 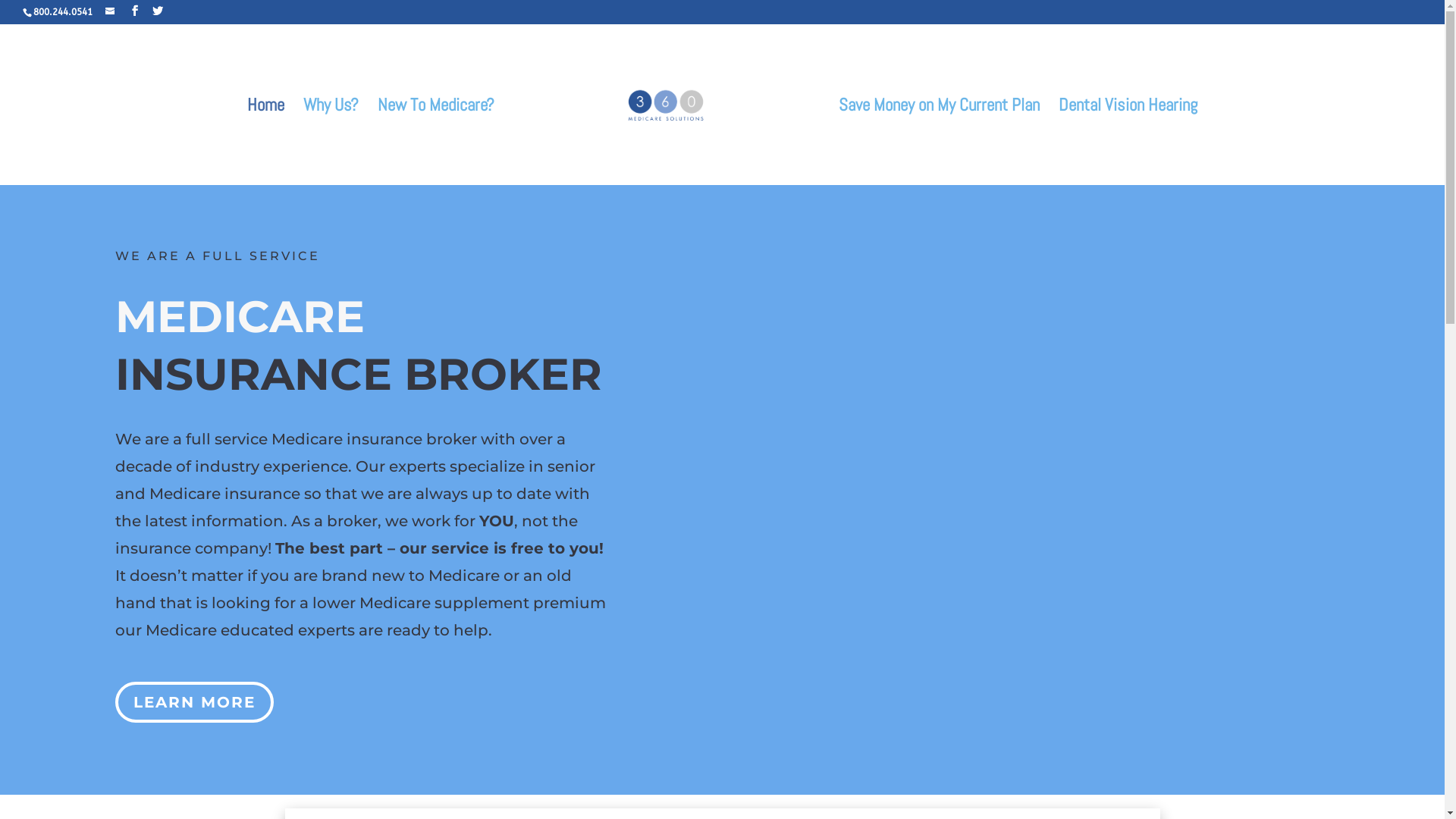 What do you see at coordinates (330, 142) in the screenshot?
I see `'Why Us?'` at bounding box center [330, 142].